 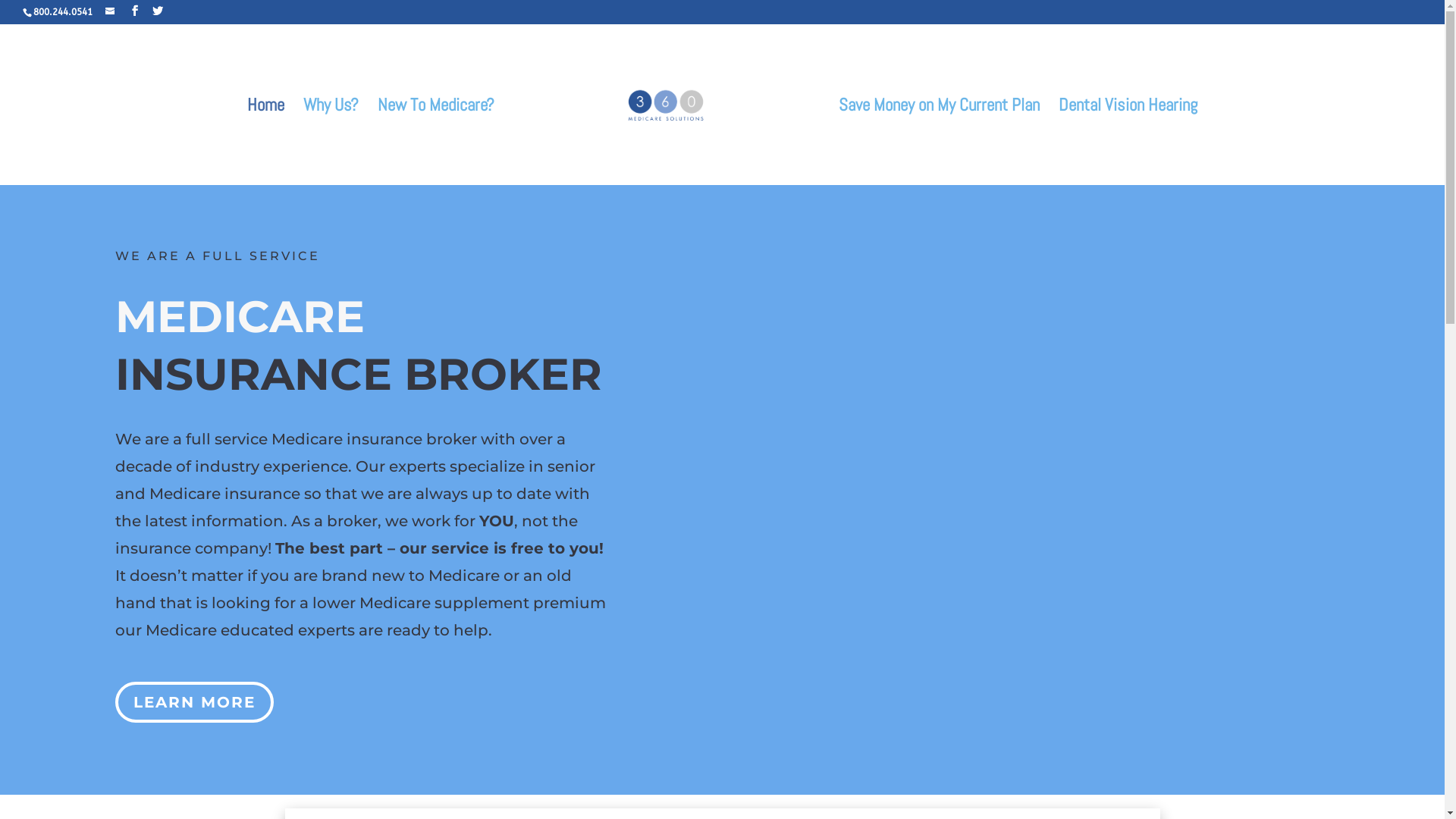 What do you see at coordinates (330, 142) in the screenshot?
I see `'Why Us?'` at bounding box center [330, 142].